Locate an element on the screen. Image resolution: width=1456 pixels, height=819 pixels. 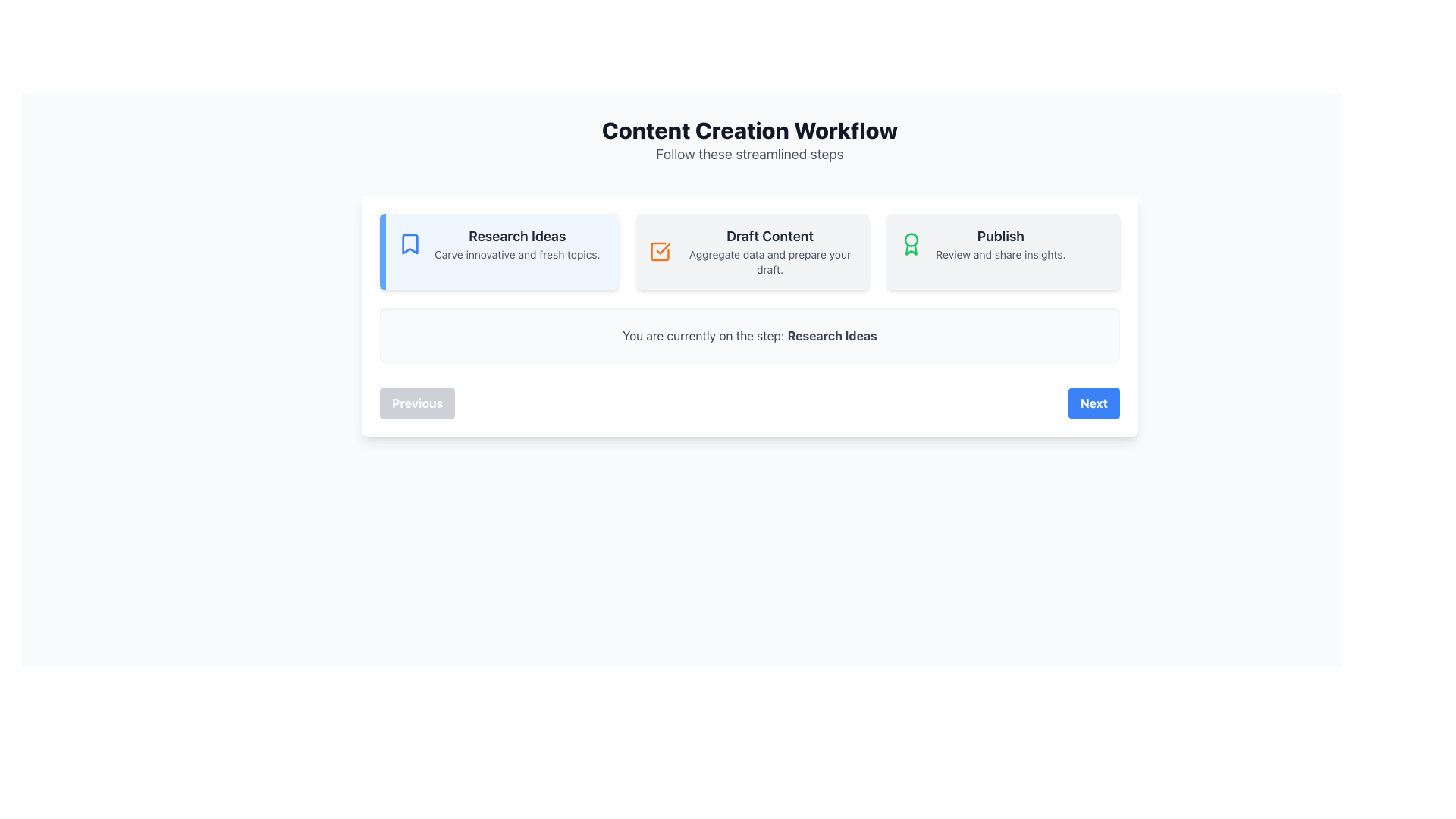
the Information Card that provides an overview of the 'Research Ideas' step in the content creation workflow is located at coordinates (499, 250).